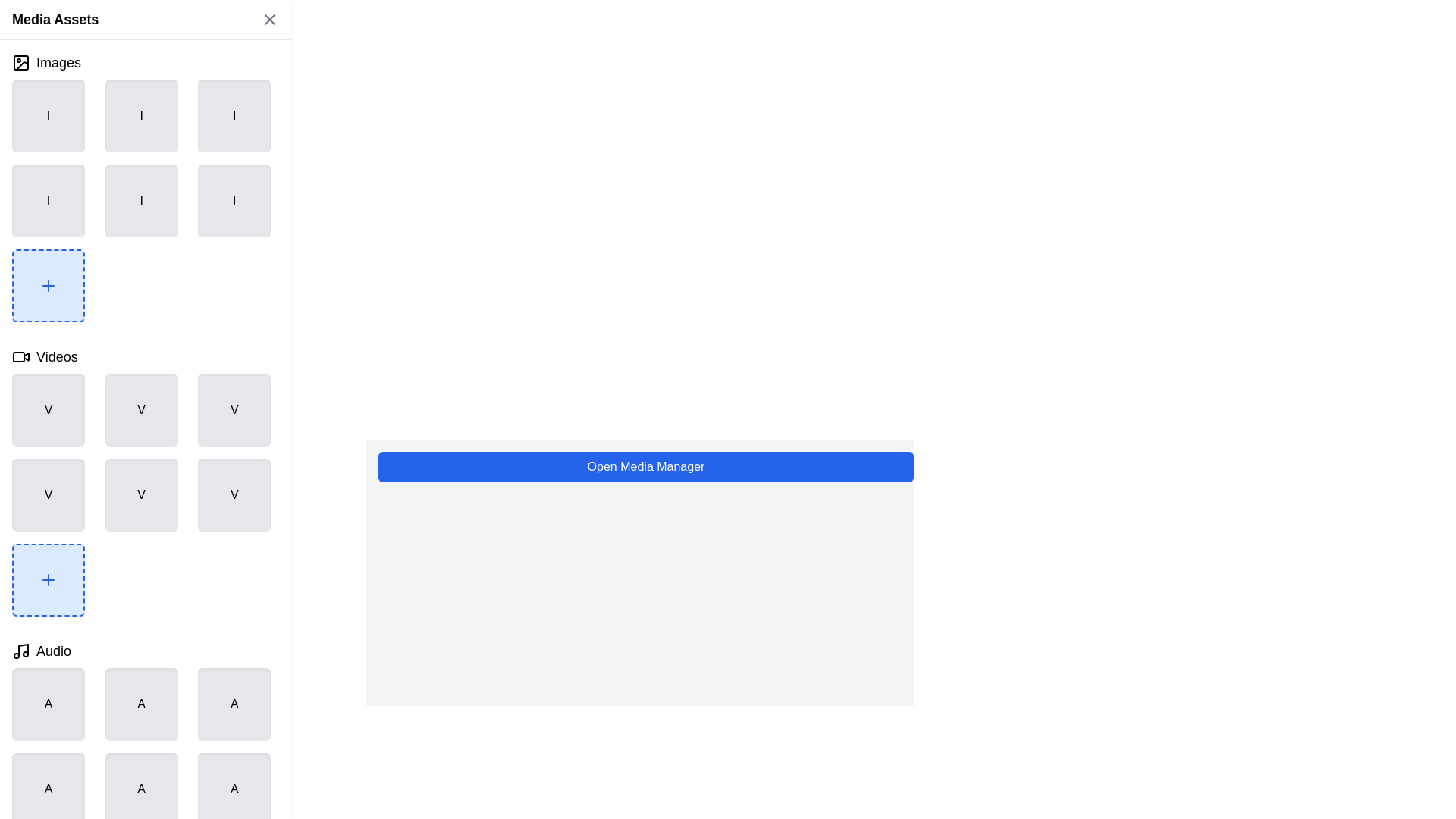 This screenshot has height=819, width=1456. Describe the element at coordinates (48, 579) in the screenshot. I see `the Icon Button for adding a new item in the 'Videos' section` at that location.